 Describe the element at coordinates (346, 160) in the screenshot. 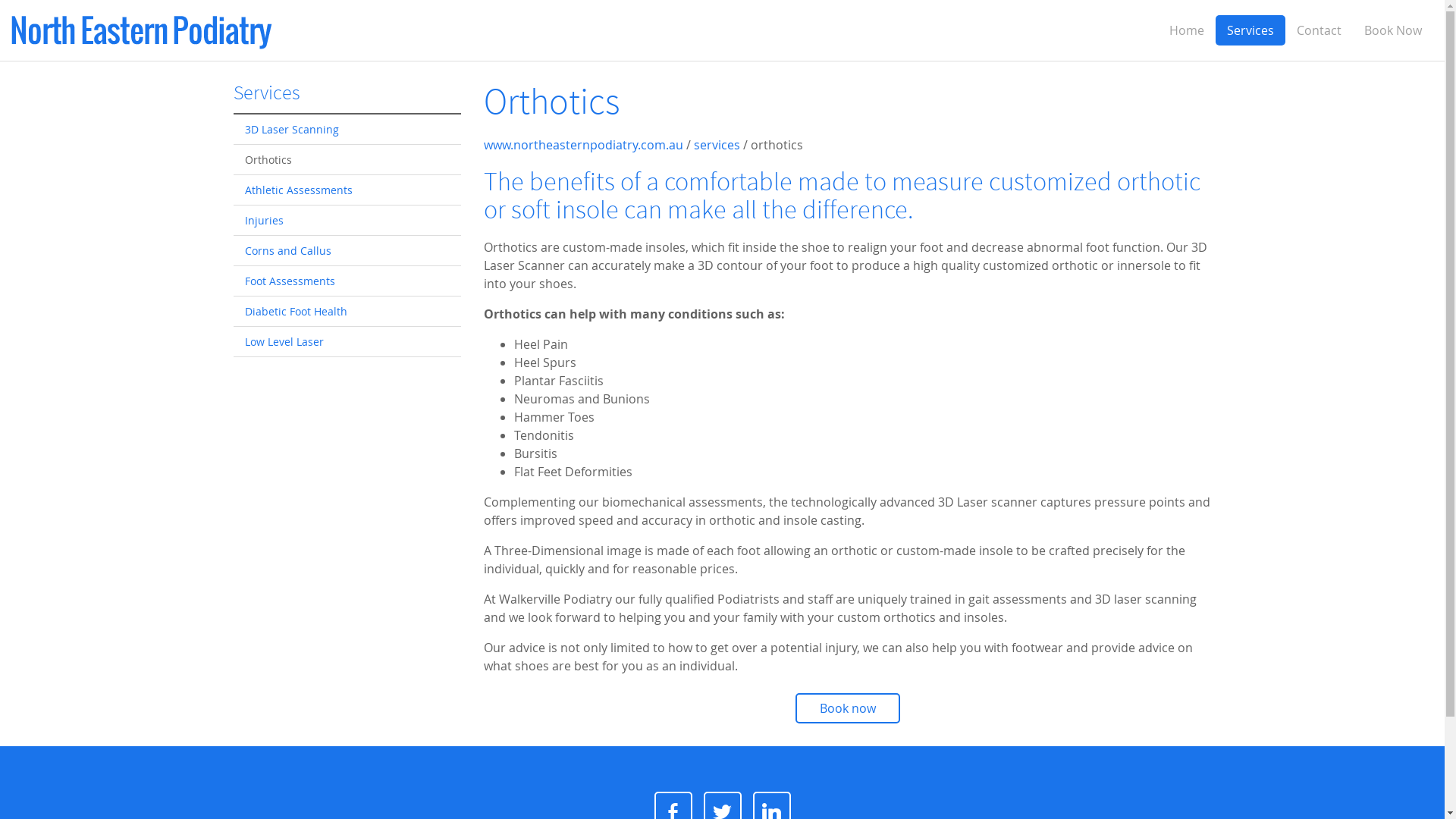

I see `'Orthotics'` at that location.